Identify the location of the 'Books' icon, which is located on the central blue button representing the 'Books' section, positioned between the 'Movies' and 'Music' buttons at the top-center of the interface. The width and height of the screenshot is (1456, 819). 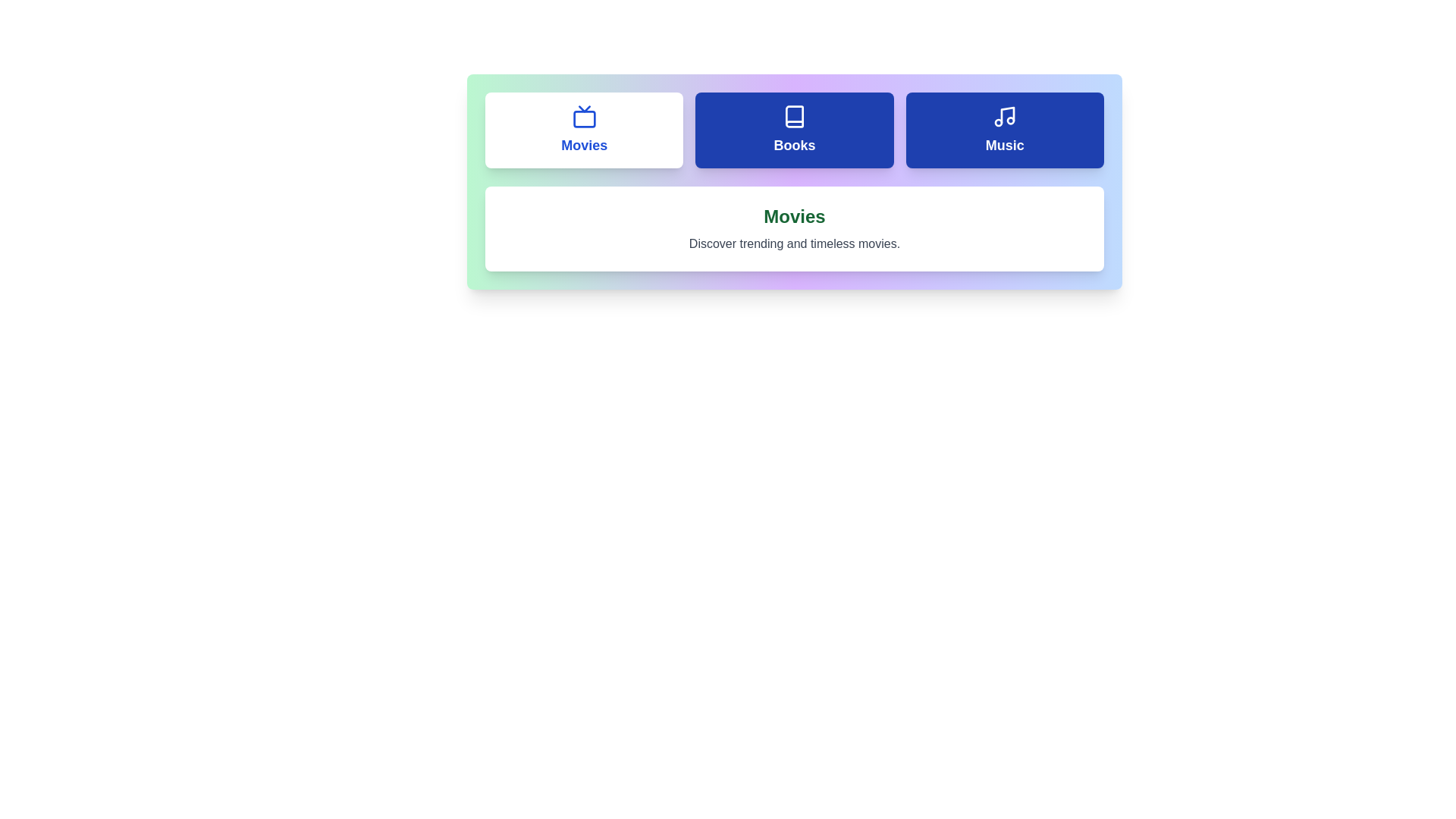
(793, 116).